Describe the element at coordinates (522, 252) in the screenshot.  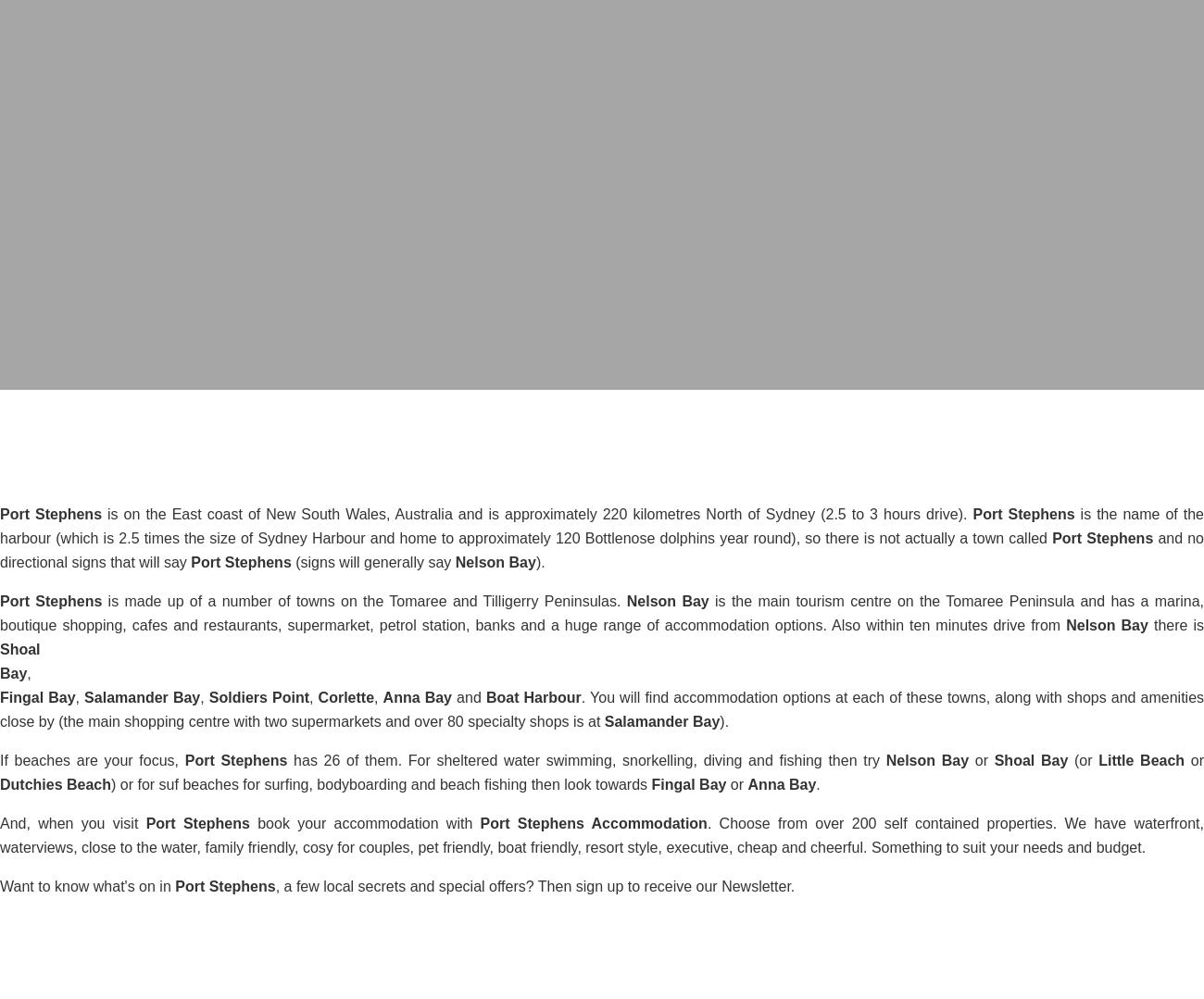
I see `'date_range'` at that location.